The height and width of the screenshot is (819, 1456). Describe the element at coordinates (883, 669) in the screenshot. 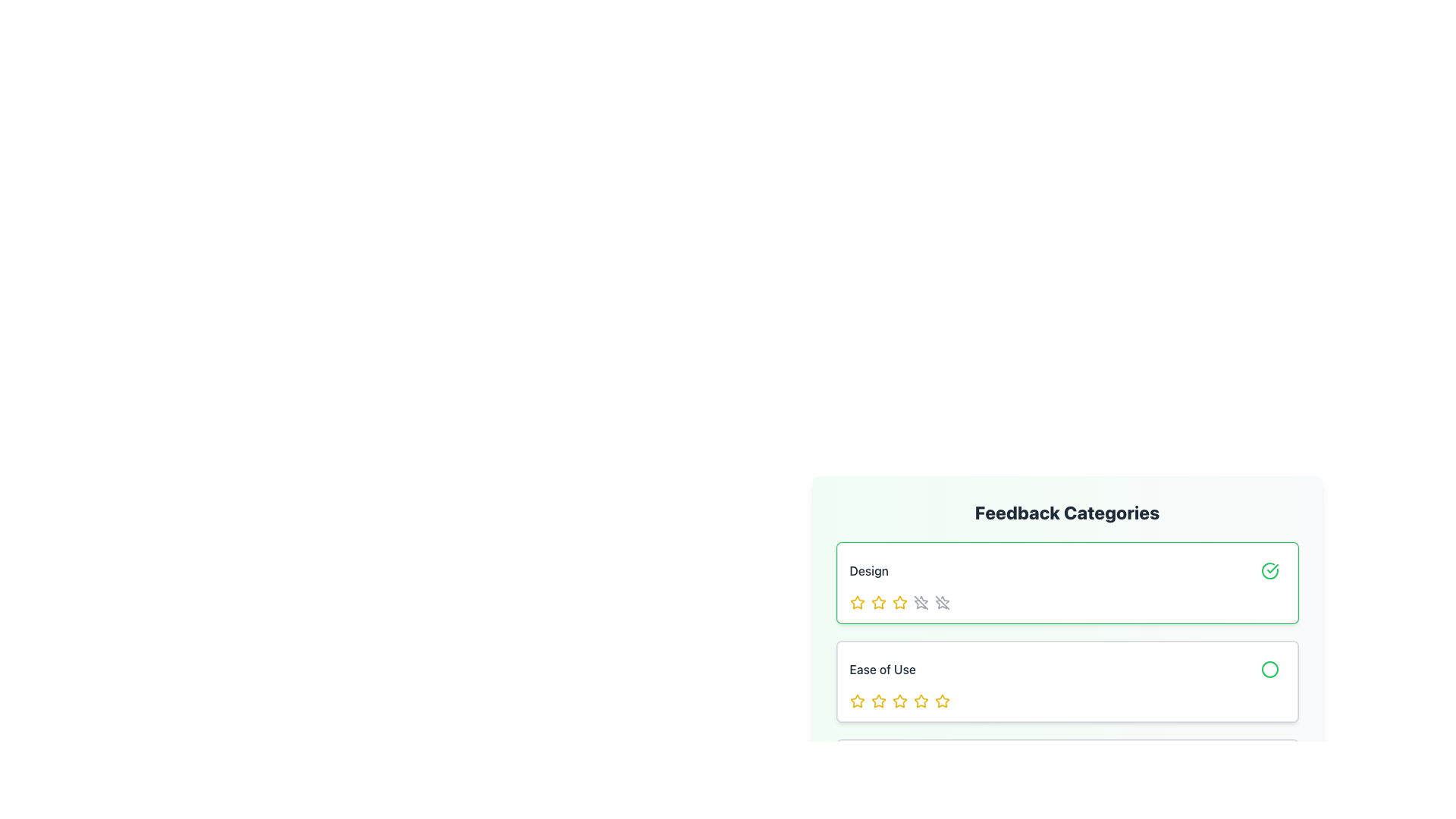

I see `the text label reading 'Ease of Use', which is styled in a medium-sized sans-serif font and located on the left side of the feedback category section, directly above a set of rating stars` at that location.